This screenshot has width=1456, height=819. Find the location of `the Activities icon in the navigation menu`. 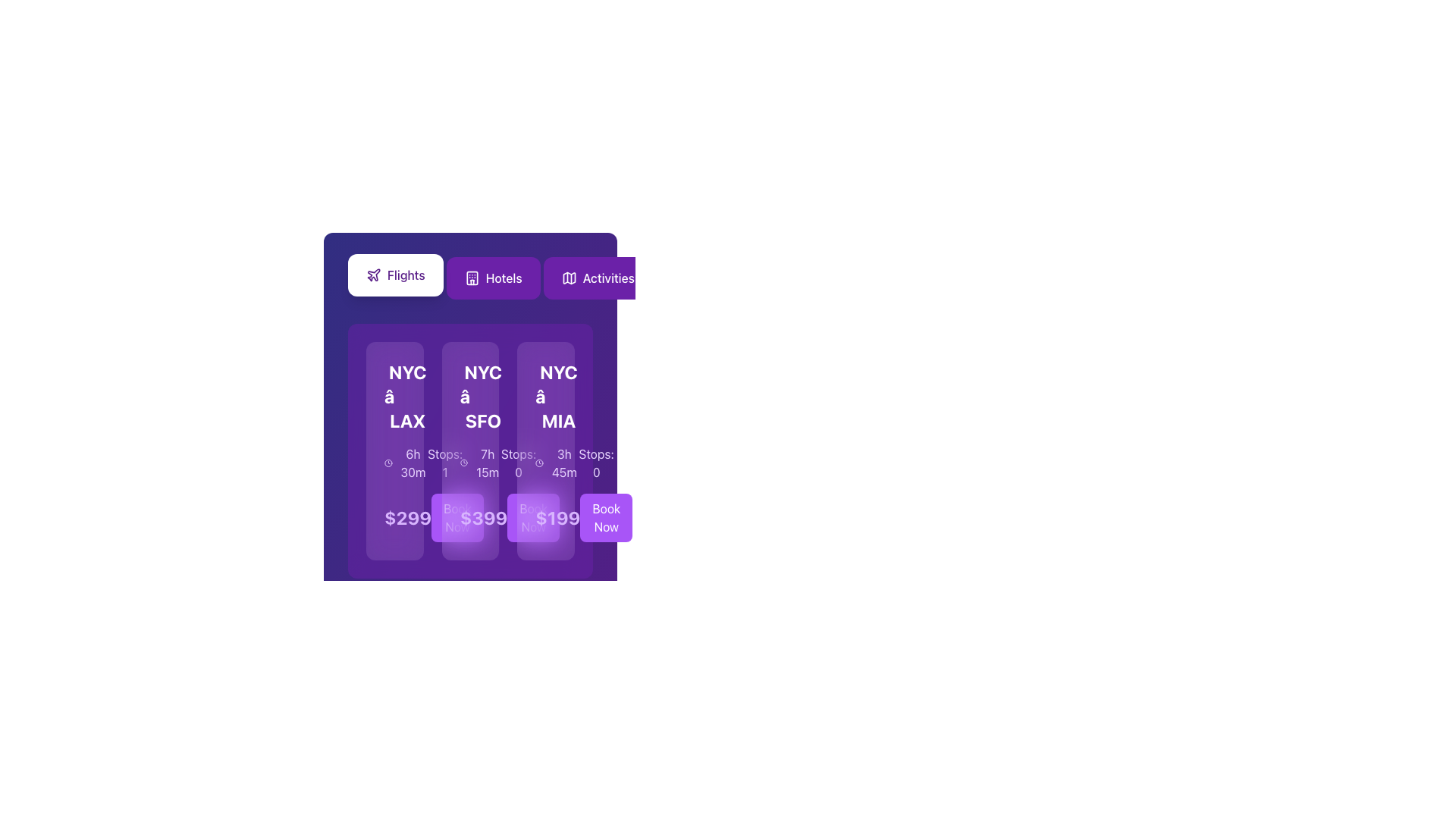

the Activities icon in the navigation menu is located at coordinates (568, 278).